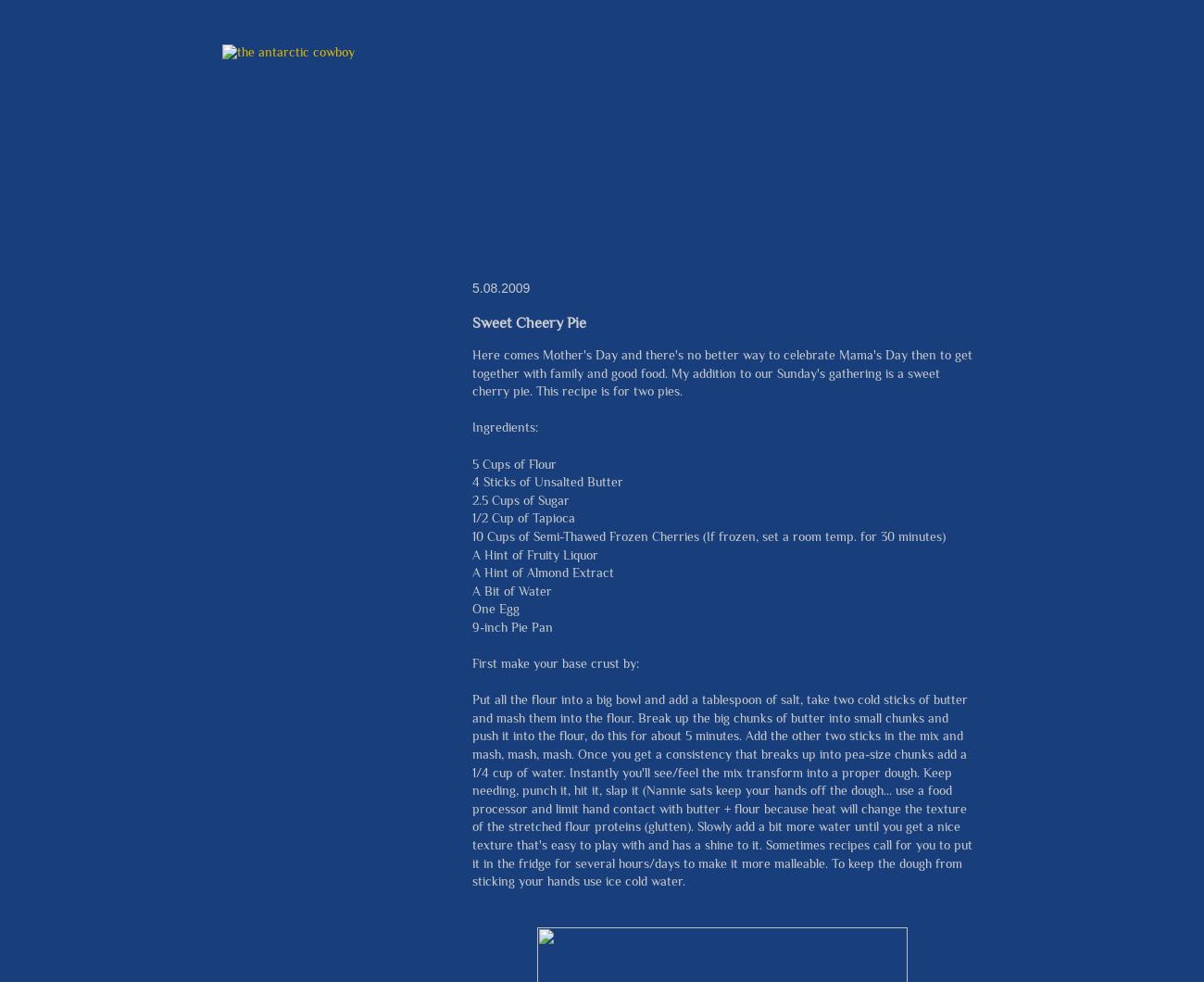 This screenshot has width=1204, height=982. Describe the element at coordinates (501, 287) in the screenshot. I see `'5.08.2009'` at that location.